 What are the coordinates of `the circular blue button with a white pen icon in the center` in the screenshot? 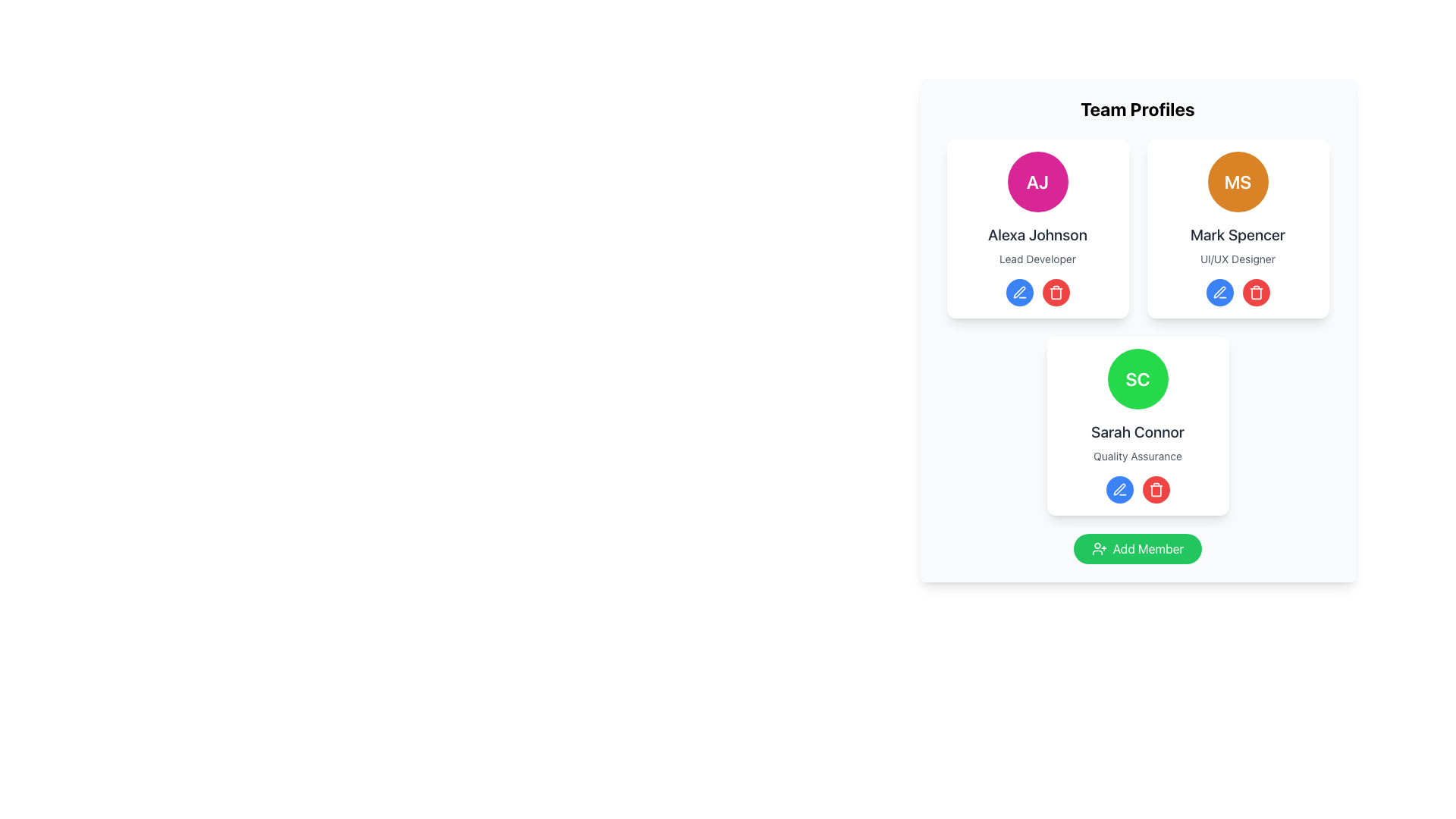 It's located at (1019, 292).